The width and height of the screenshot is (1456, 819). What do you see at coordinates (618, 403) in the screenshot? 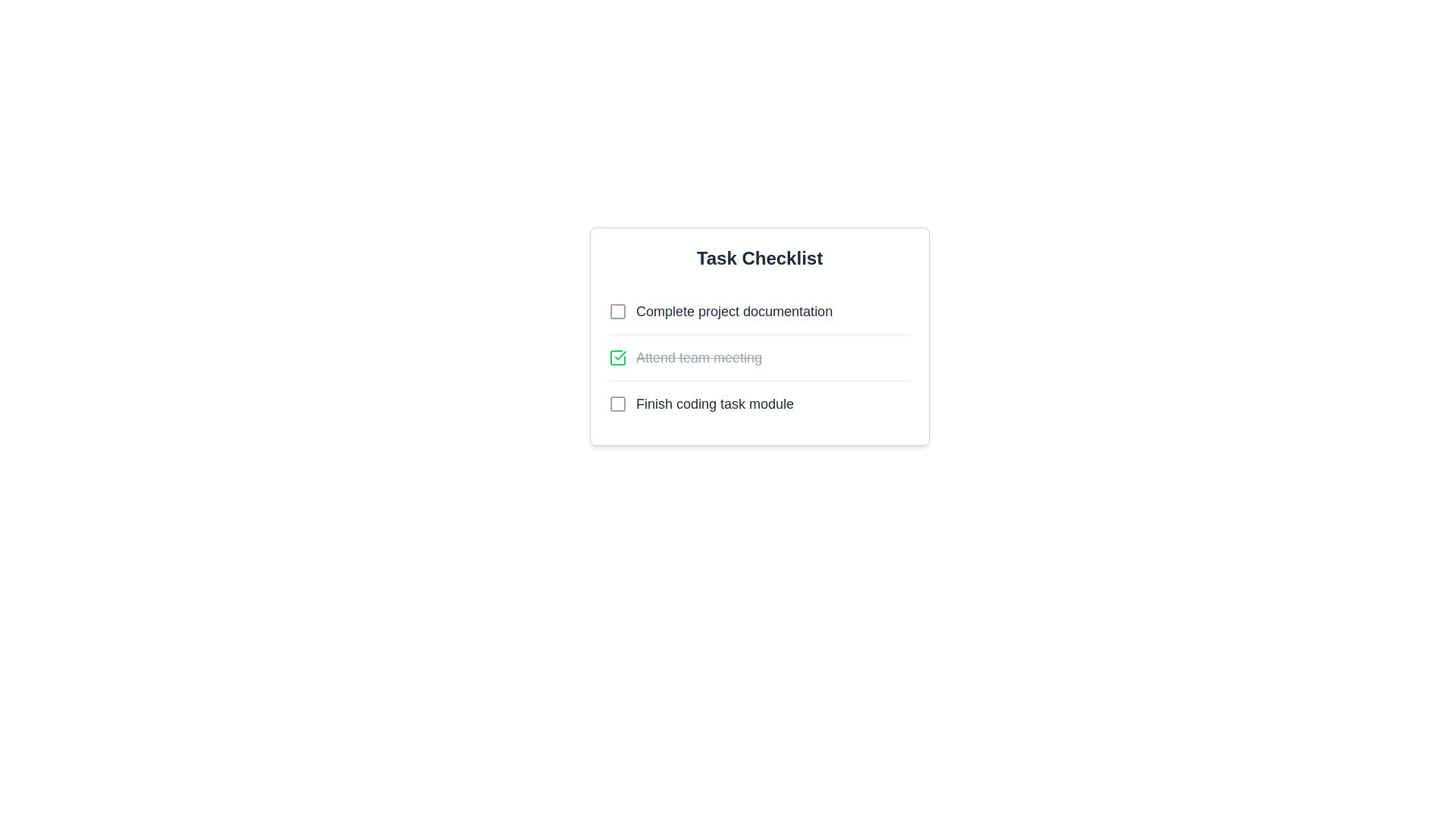
I see `the checkbox indicator for the task 'Finish coding task module'` at bounding box center [618, 403].